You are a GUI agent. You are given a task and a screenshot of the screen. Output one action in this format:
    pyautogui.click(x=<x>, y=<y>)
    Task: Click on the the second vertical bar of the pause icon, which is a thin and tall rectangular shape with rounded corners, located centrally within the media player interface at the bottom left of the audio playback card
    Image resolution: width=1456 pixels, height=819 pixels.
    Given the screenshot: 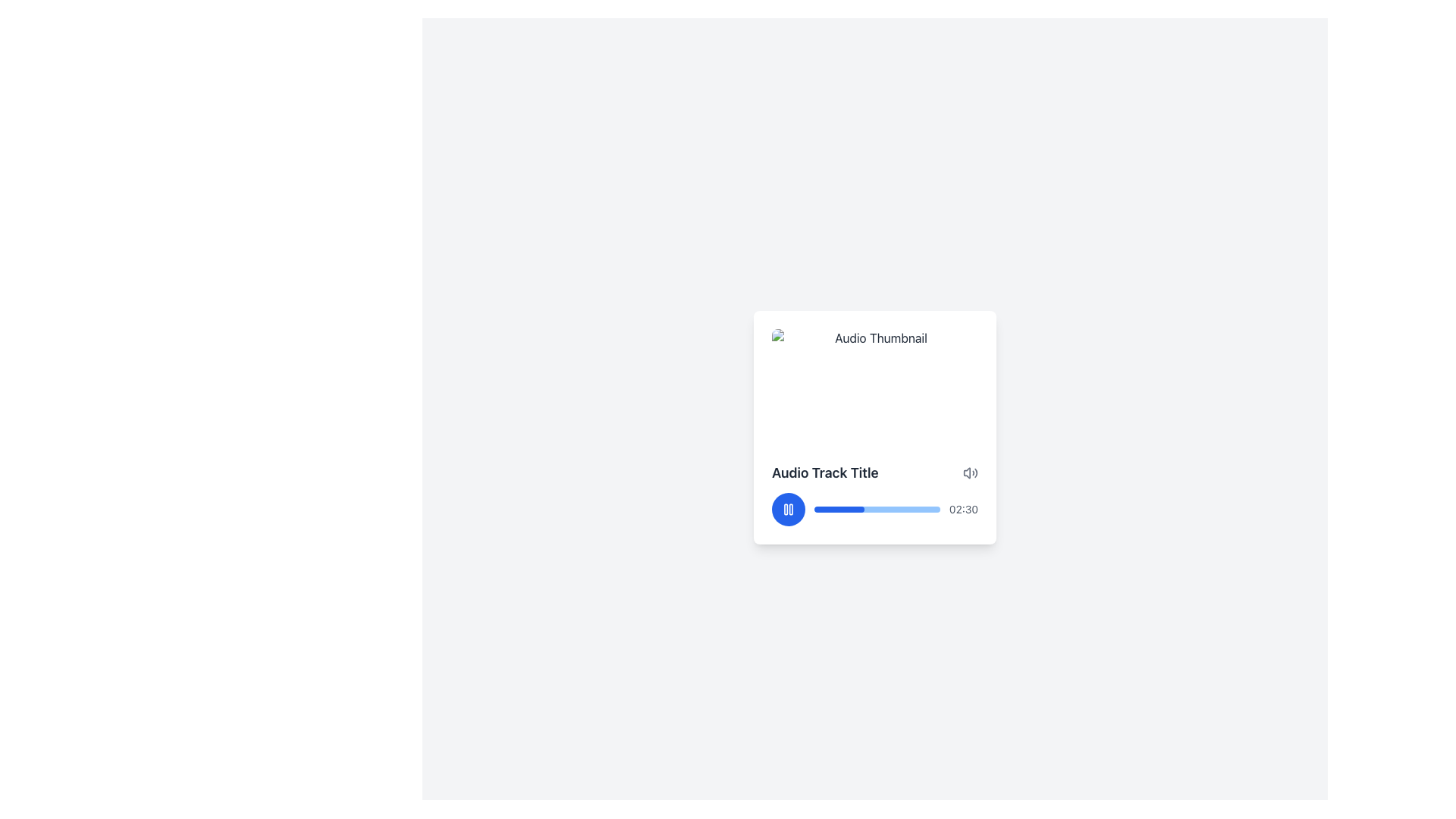 What is the action you would take?
    pyautogui.click(x=790, y=509)
    